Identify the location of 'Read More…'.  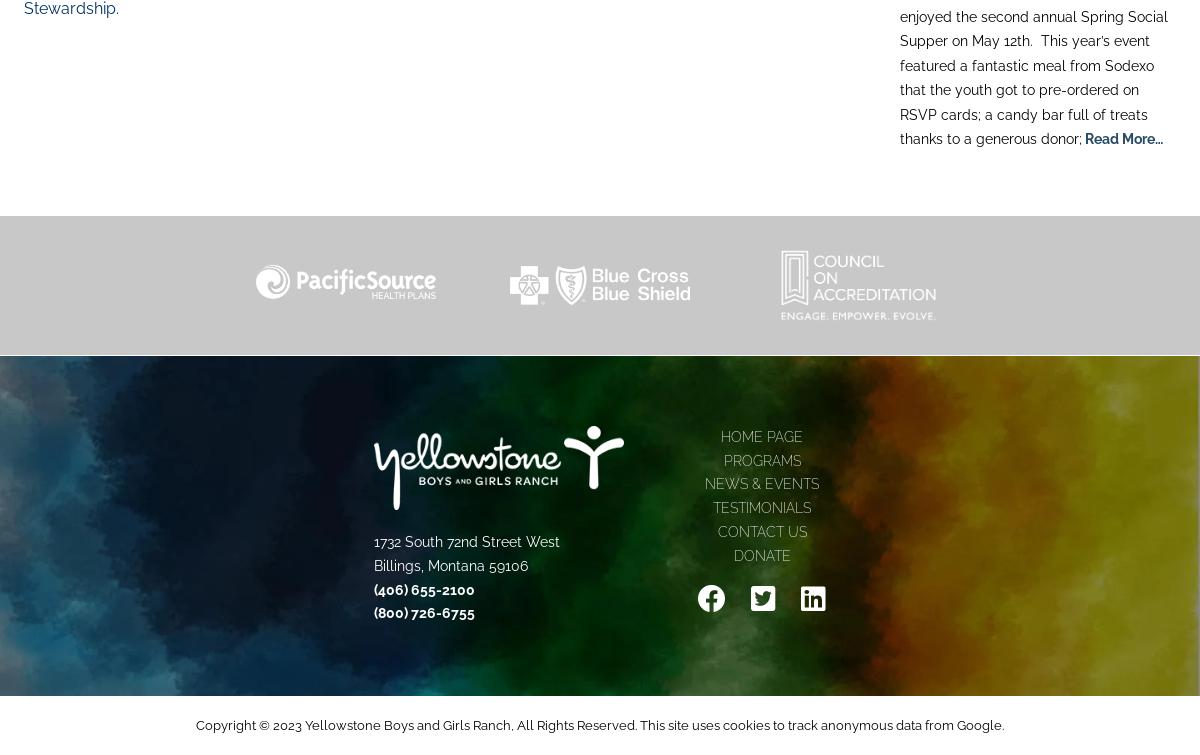
(1121, 138).